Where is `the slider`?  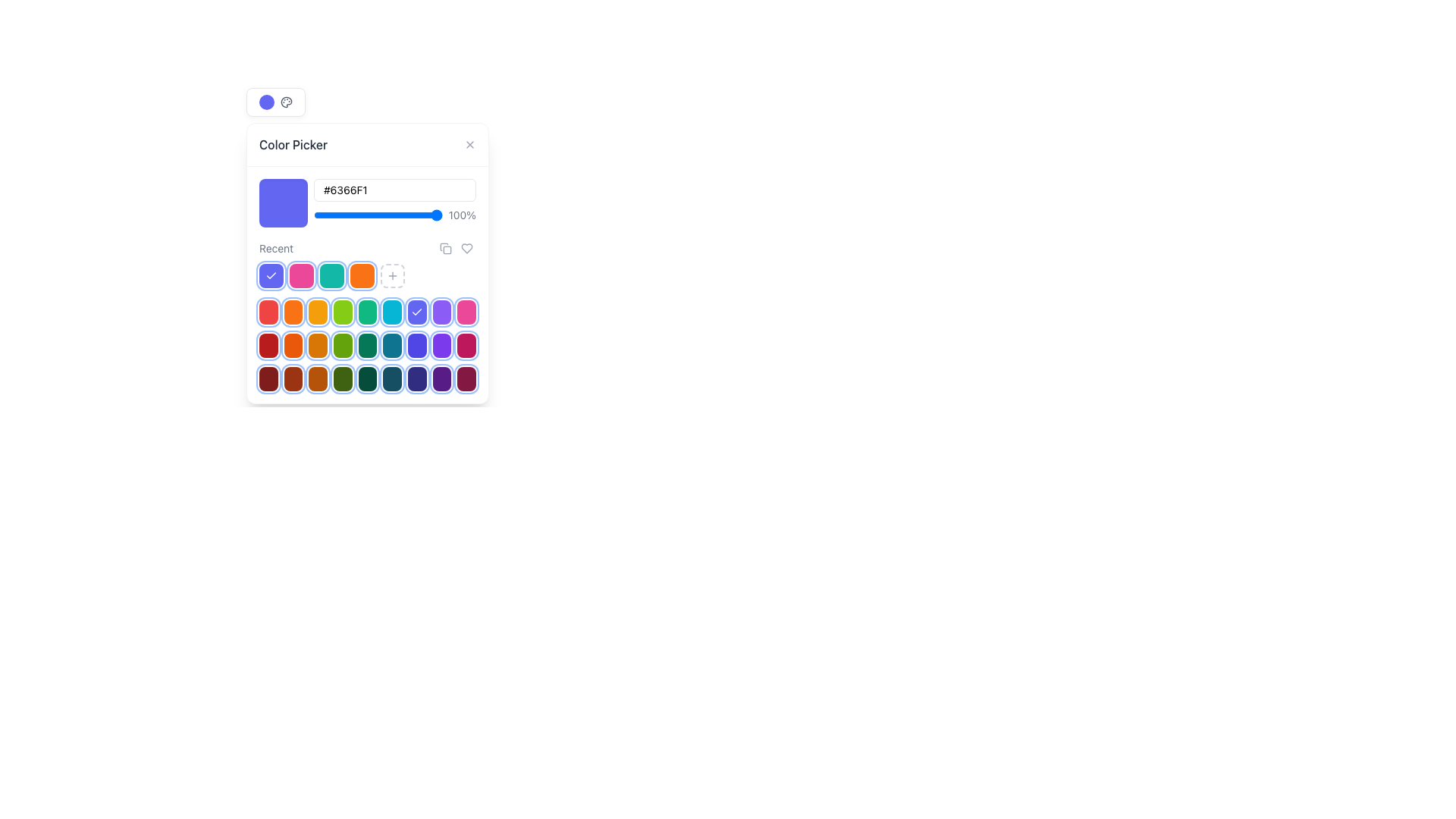 the slider is located at coordinates (428, 215).